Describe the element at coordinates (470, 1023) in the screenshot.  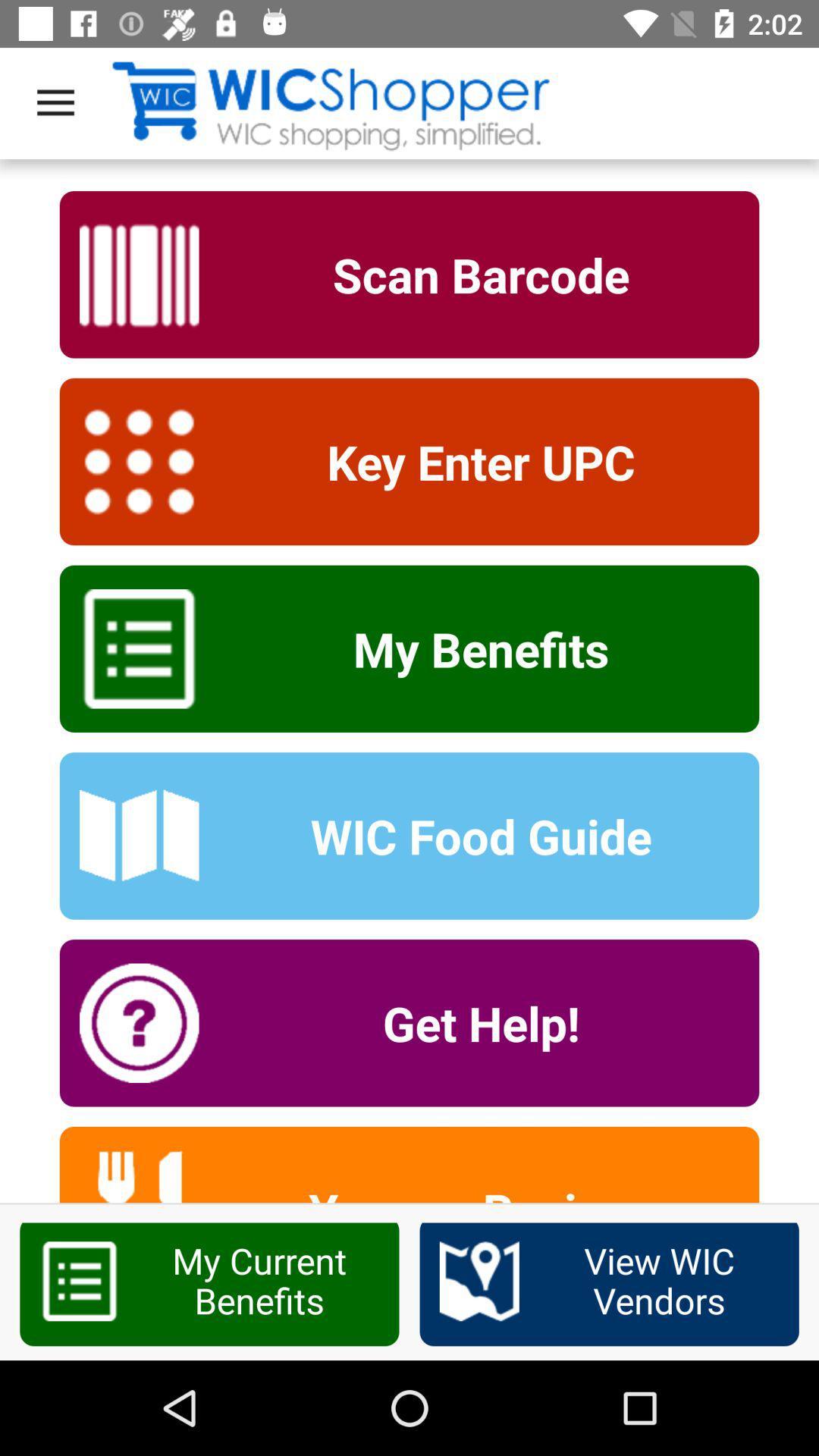
I see `the get help! icon` at that location.